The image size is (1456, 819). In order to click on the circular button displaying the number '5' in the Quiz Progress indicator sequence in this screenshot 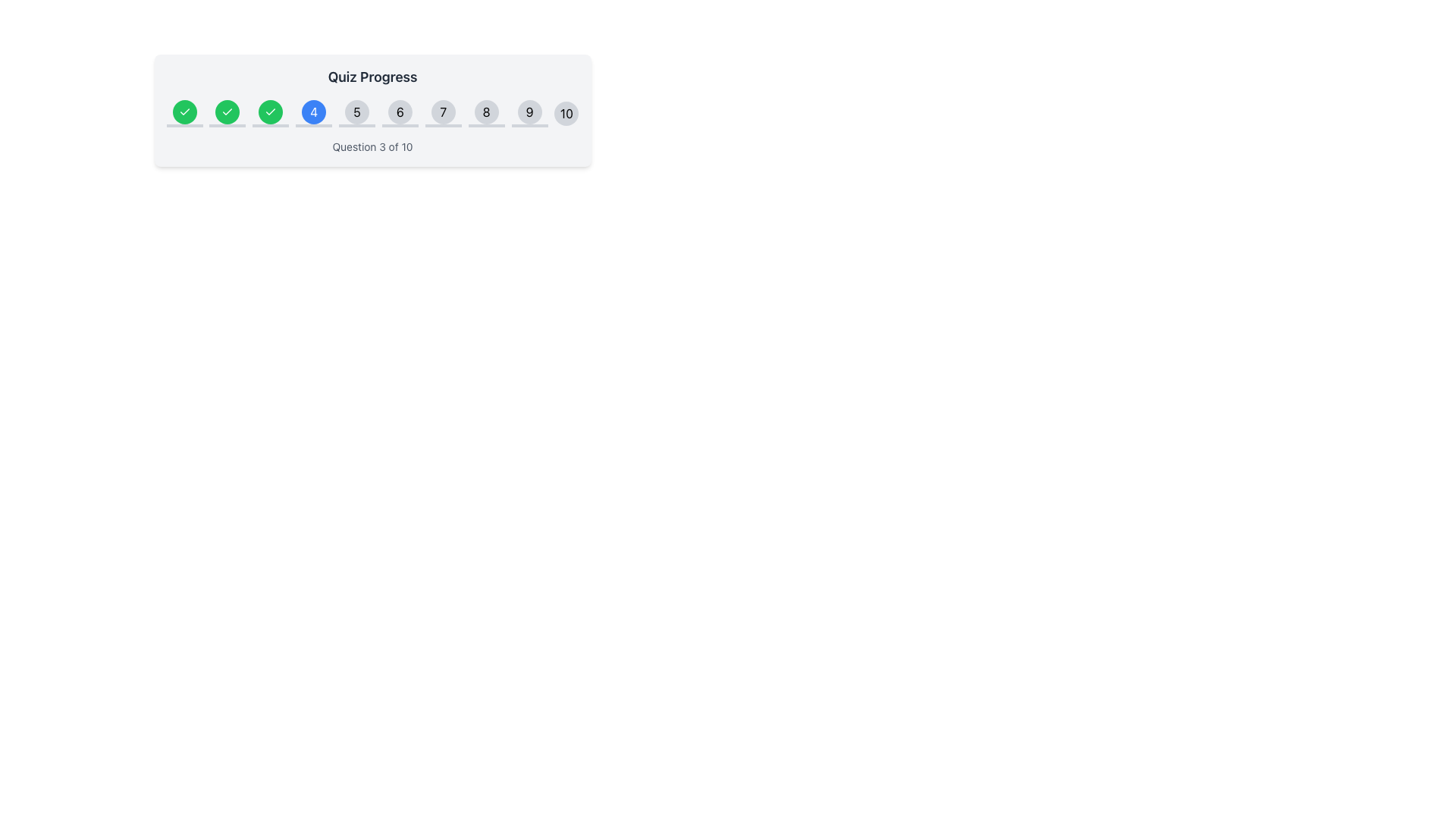, I will do `click(356, 113)`.